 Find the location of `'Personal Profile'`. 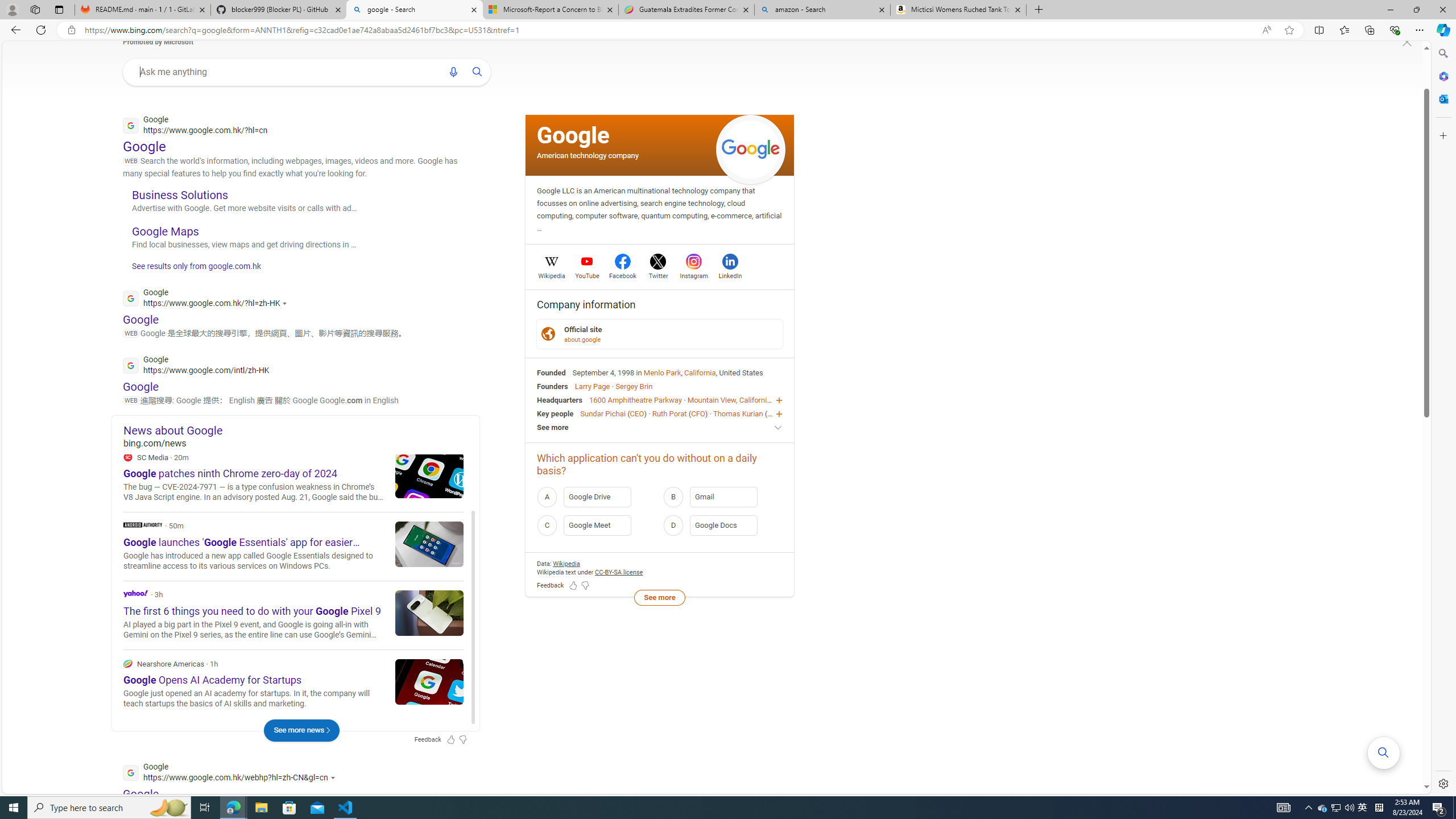

'Personal Profile' is located at coordinates (11, 9).